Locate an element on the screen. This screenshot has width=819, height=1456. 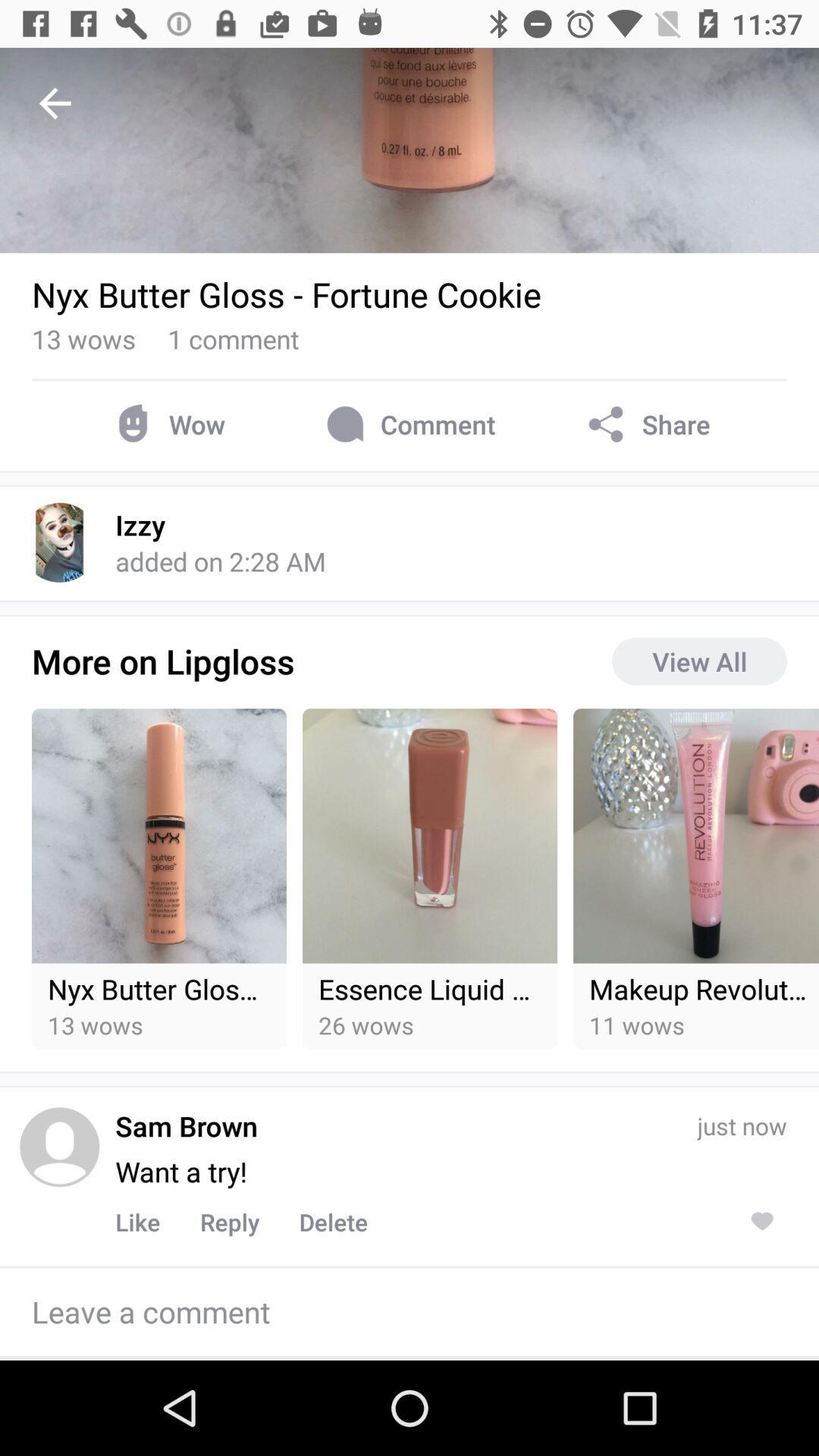
the icon below sam brown item is located at coordinates (180, 1171).